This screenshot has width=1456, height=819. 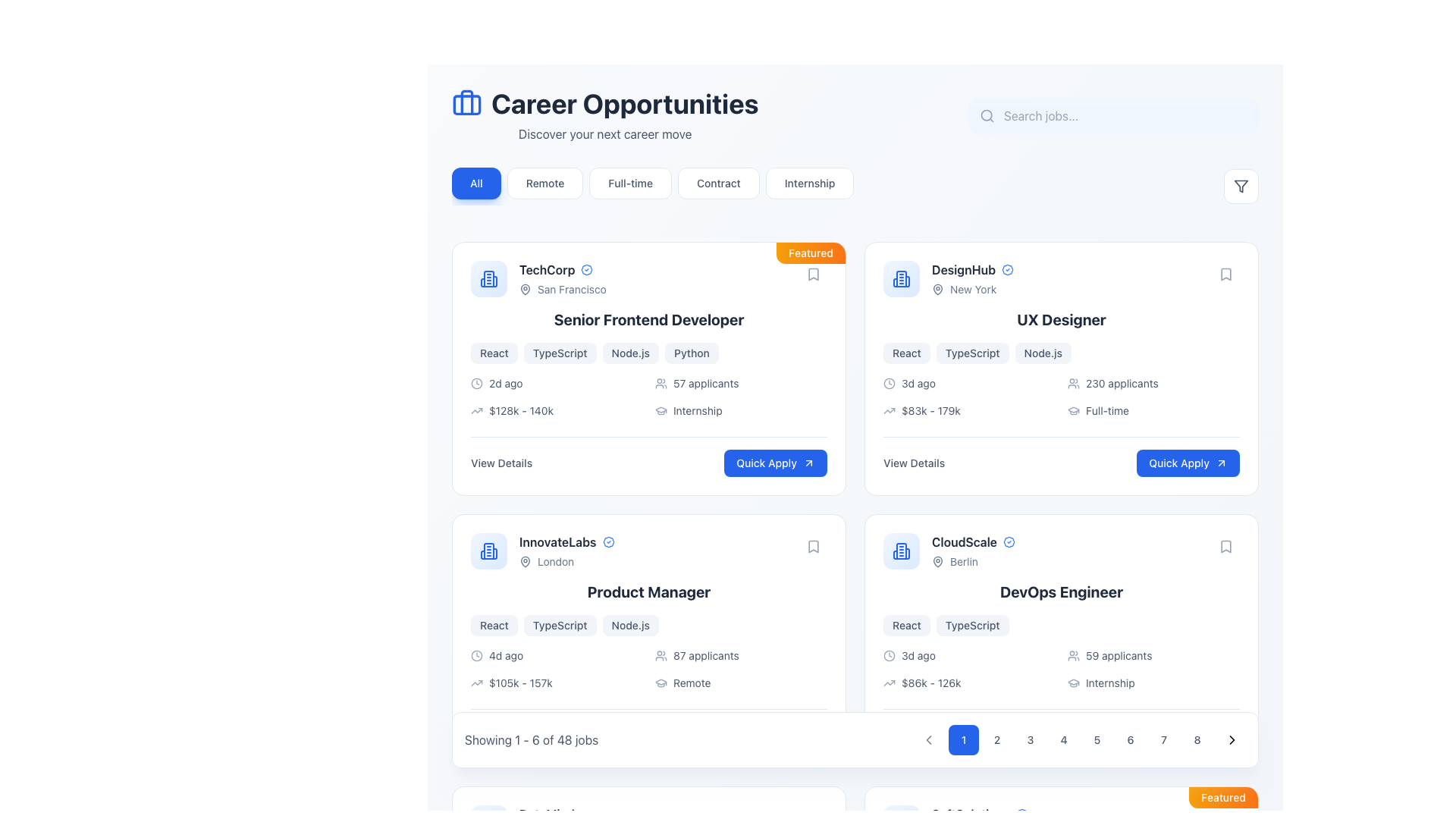 I want to click on the left-pointing chevron button, which is the first interactive element in the pagination controls, so click(x=927, y=739).